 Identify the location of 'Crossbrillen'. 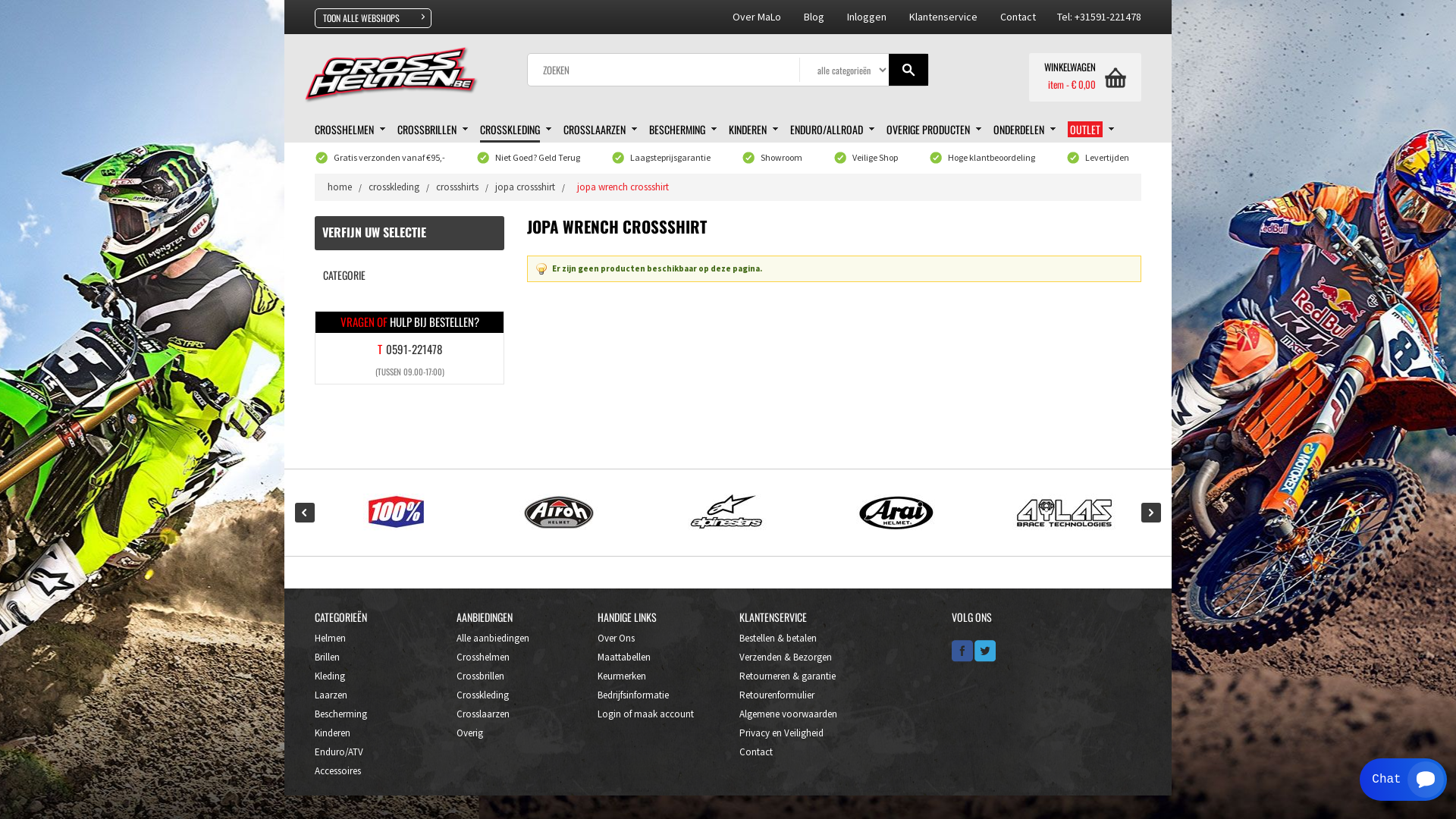
(479, 674).